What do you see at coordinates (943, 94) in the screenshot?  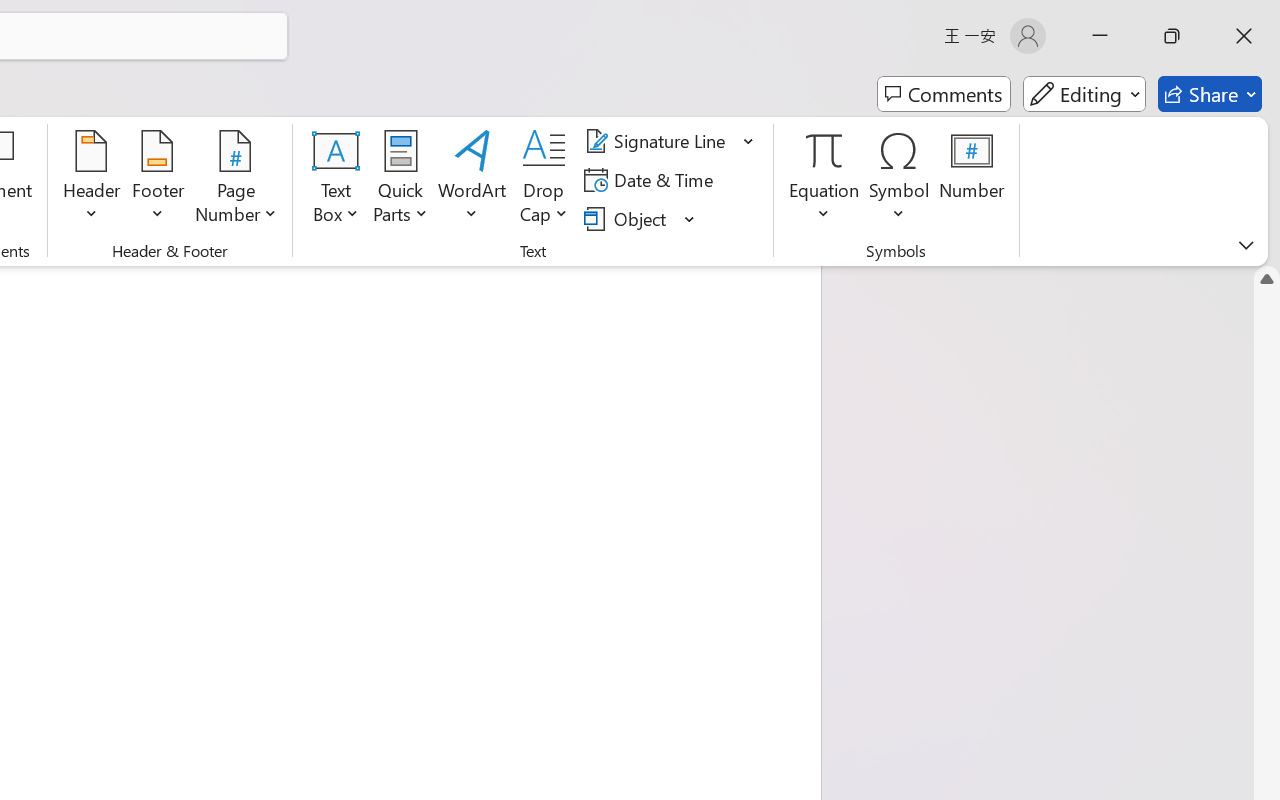 I see `'Comments'` at bounding box center [943, 94].